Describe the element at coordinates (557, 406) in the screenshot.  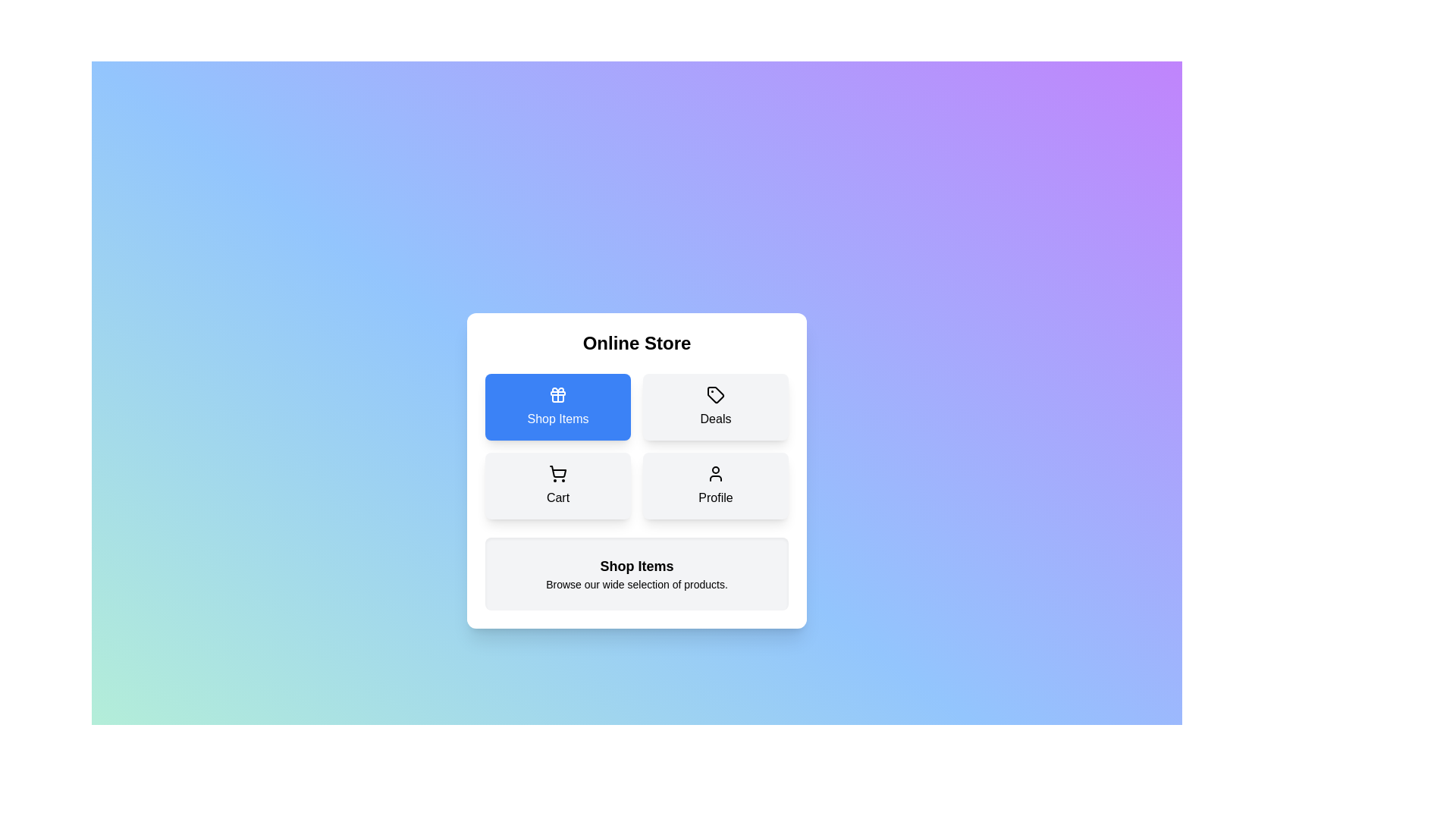
I see `the tab Shop Items by clicking on its respective button` at that location.